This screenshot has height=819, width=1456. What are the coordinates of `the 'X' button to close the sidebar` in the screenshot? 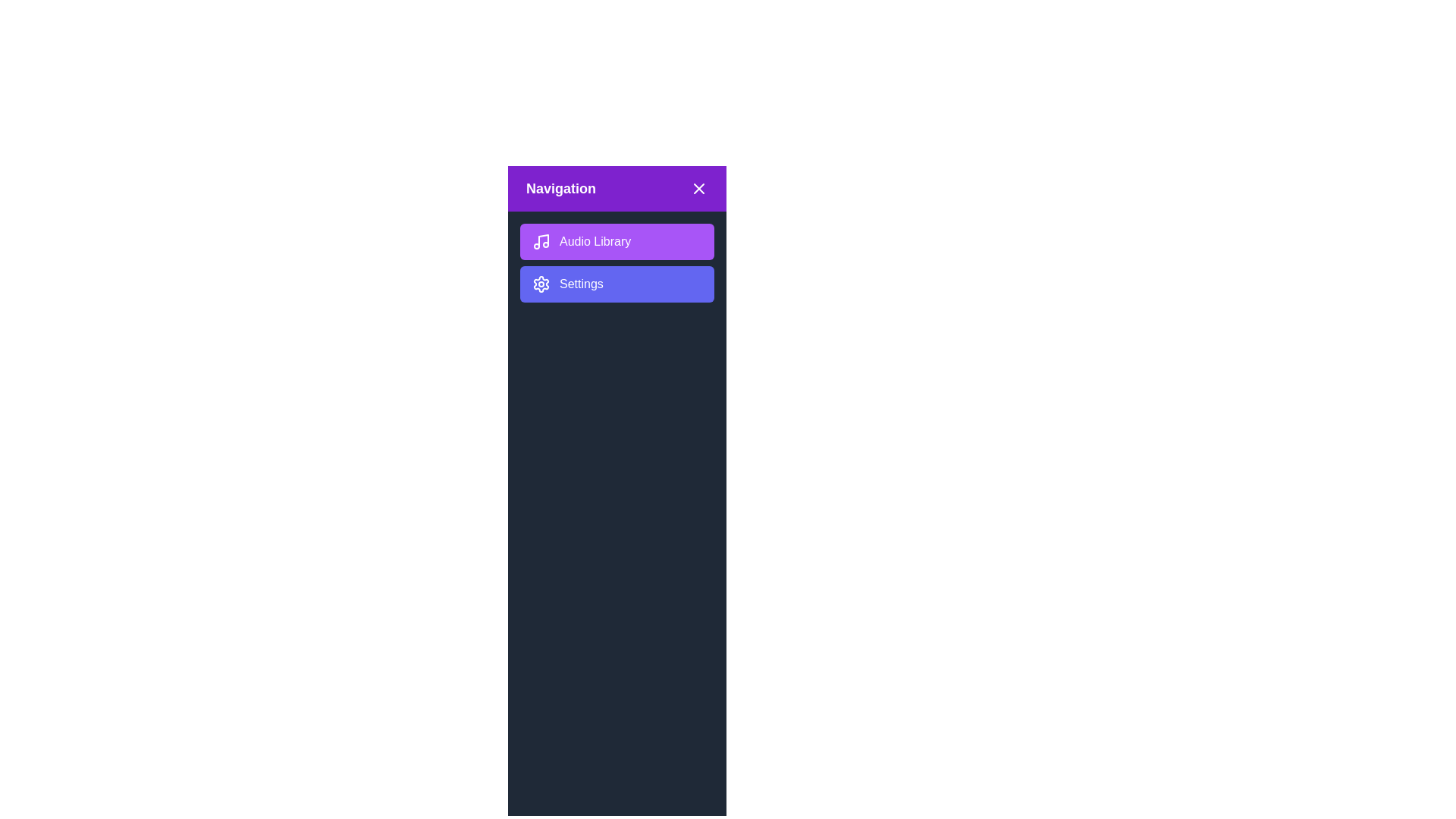 It's located at (698, 188).